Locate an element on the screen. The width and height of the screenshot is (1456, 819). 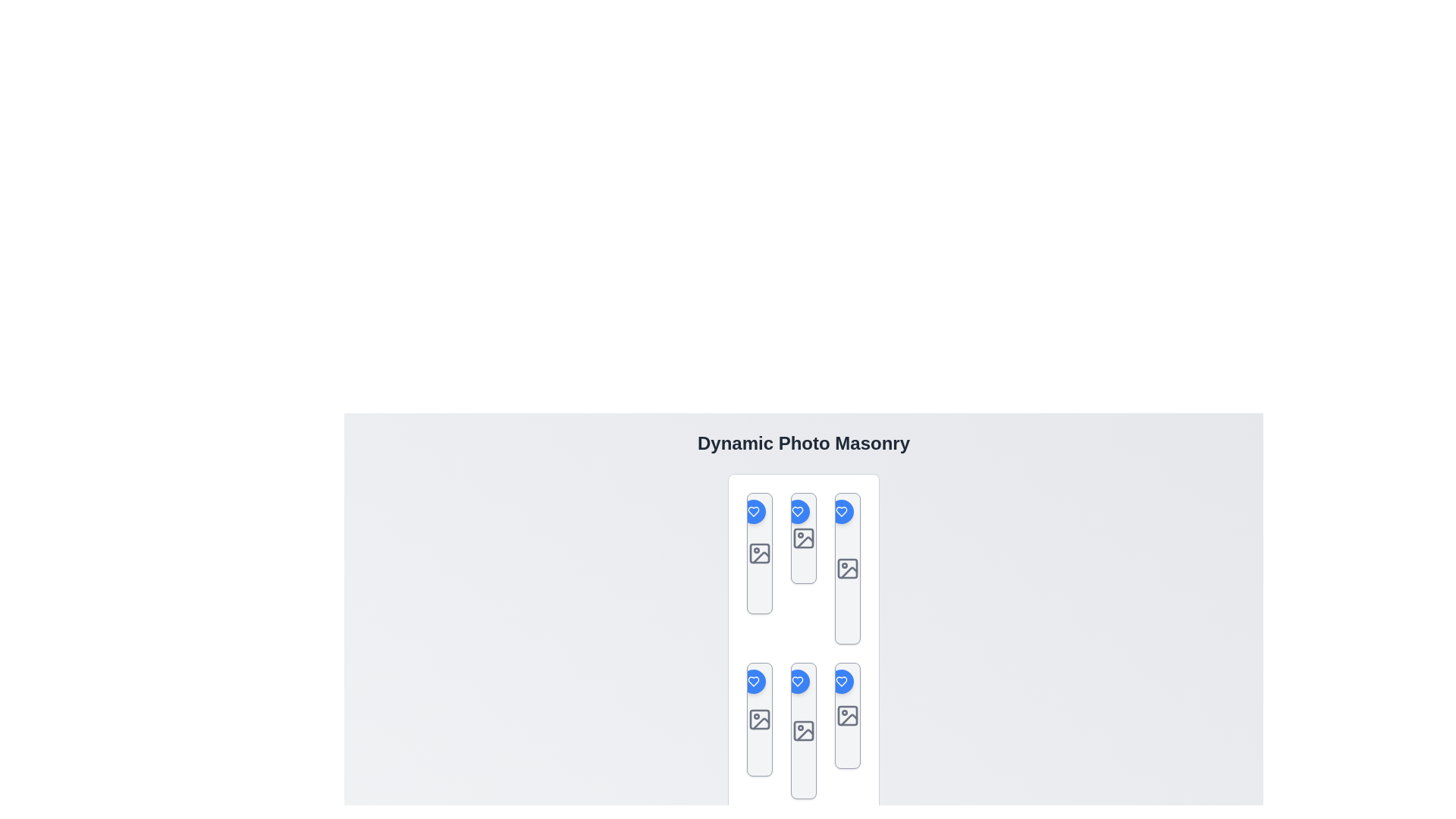
the heart icon inside the circular blue button to like or favorite the associated card located at the top-right corner of the vertical card-like box is located at coordinates (796, 512).